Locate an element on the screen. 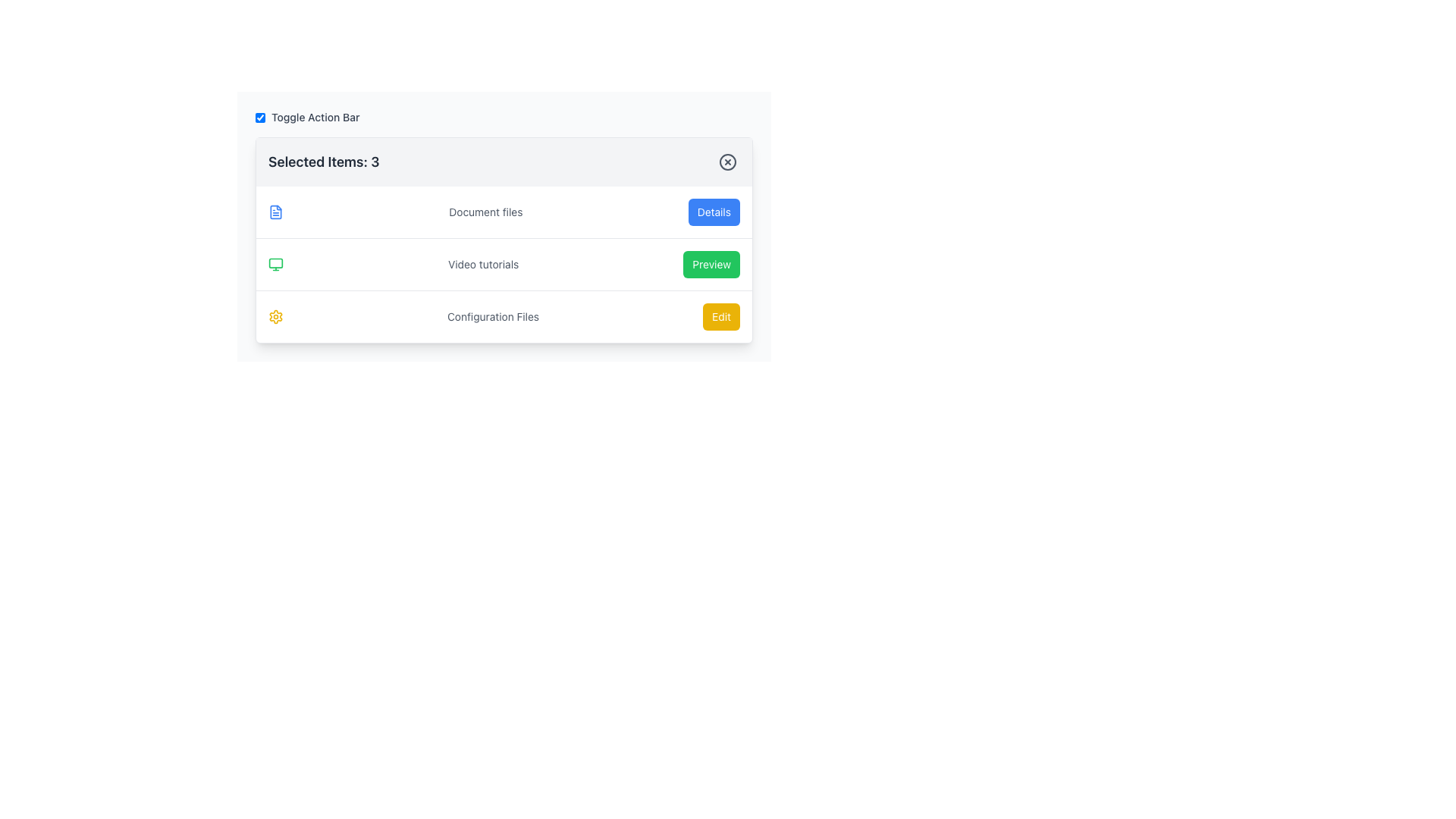 This screenshot has height=819, width=1456. the actionable button located to the right of the text 'Document files' is located at coordinates (713, 212).